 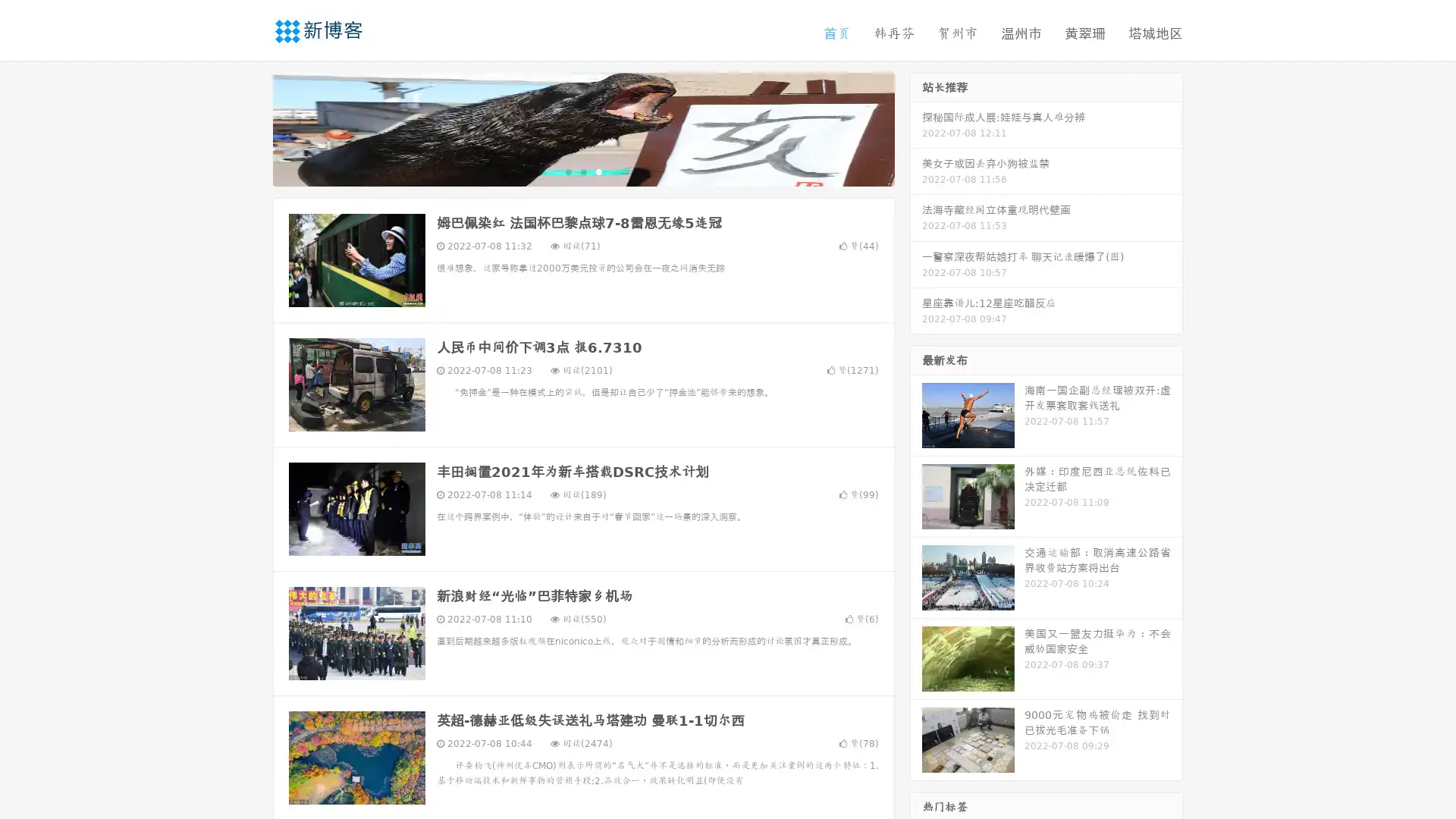 What do you see at coordinates (582, 171) in the screenshot?
I see `Go to slide 2` at bounding box center [582, 171].